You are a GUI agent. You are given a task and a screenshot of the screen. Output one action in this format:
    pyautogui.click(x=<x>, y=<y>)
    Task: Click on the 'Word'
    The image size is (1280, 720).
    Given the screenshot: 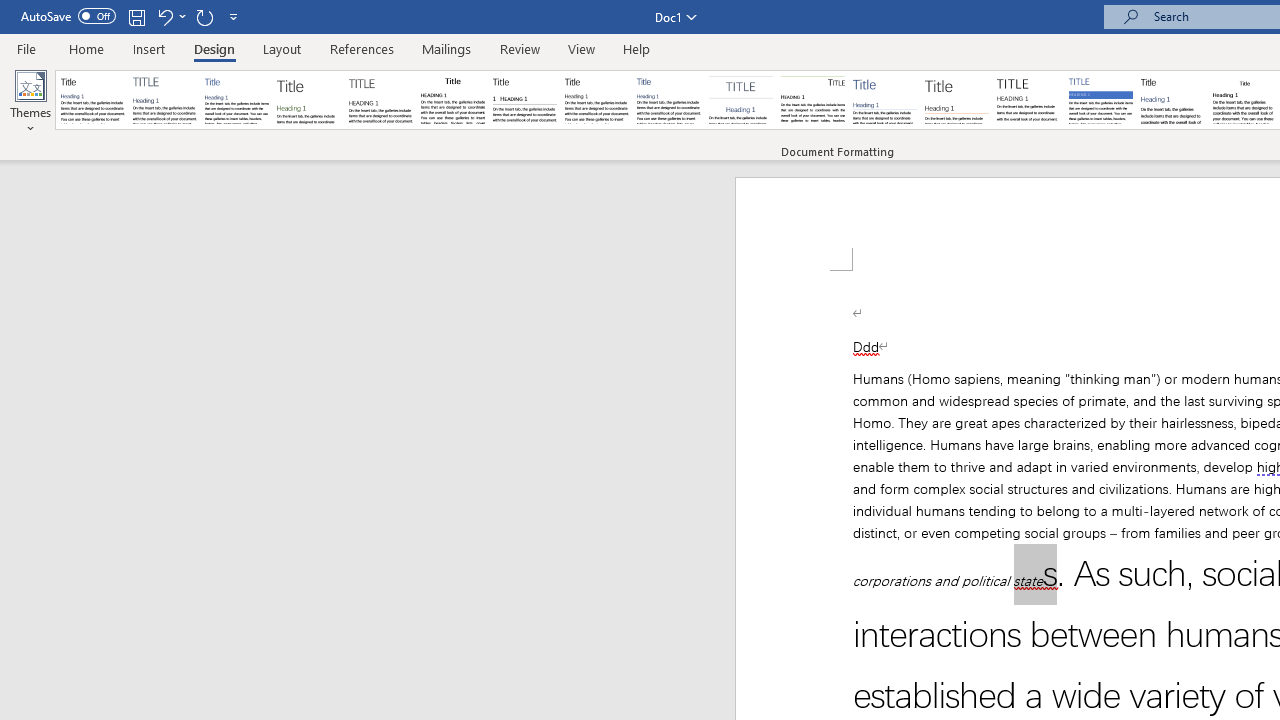 What is the action you would take?
    pyautogui.click(x=1173, y=100)
    